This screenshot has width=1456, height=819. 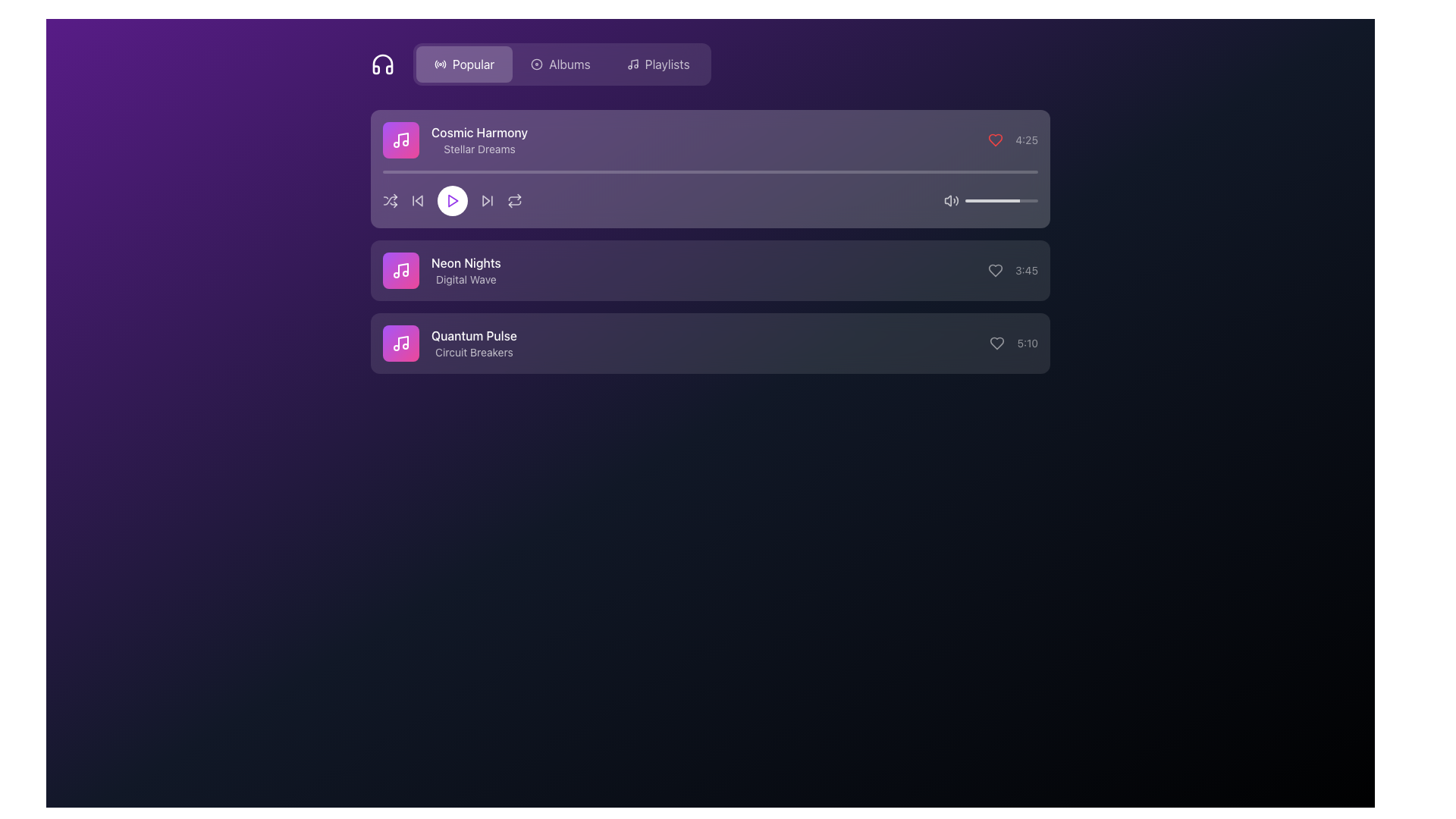 What do you see at coordinates (479, 140) in the screenshot?
I see `text from the text label that displays 'Cosmic Harmony' and 'Stellar Dreams', which is positioned above 'Neon Nights' and 'Quantum Pulse', located on the right side of a purple musical note icon` at bounding box center [479, 140].